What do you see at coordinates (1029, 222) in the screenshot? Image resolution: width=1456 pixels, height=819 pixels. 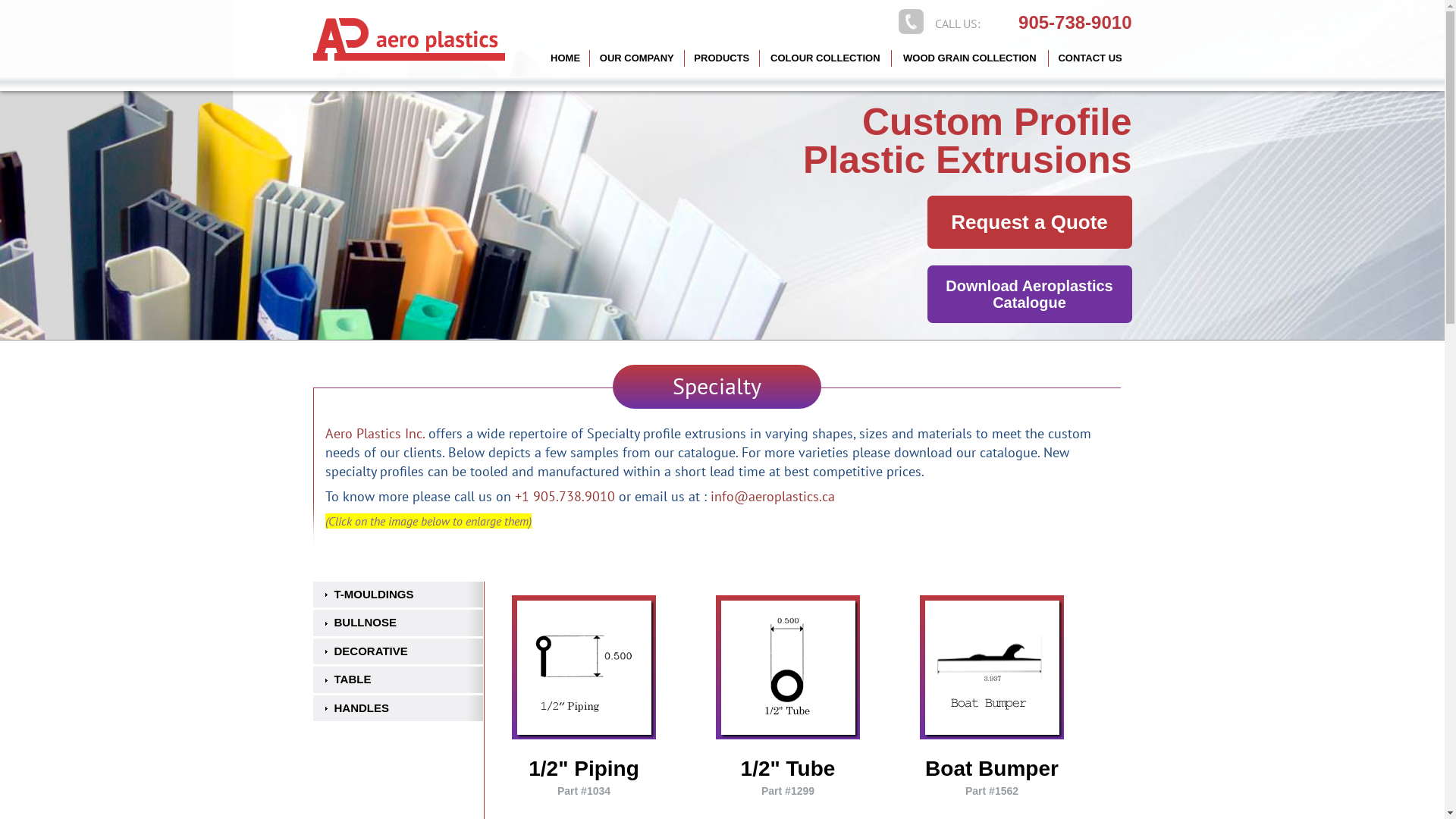 I see `'Request a Quote'` at bounding box center [1029, 222].